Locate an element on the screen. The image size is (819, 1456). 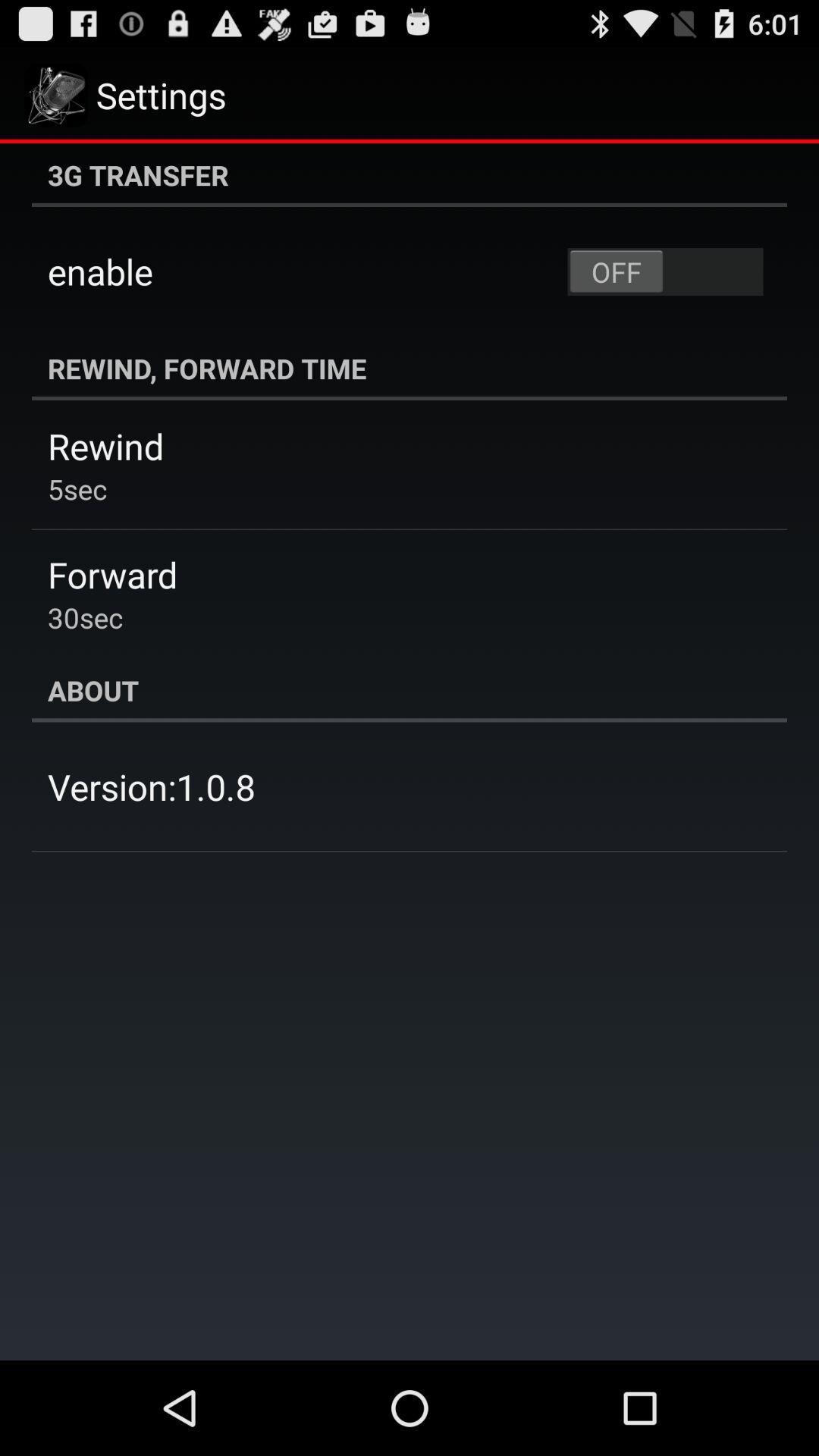
the icon next to enable app is located at coordinates (664, 271).